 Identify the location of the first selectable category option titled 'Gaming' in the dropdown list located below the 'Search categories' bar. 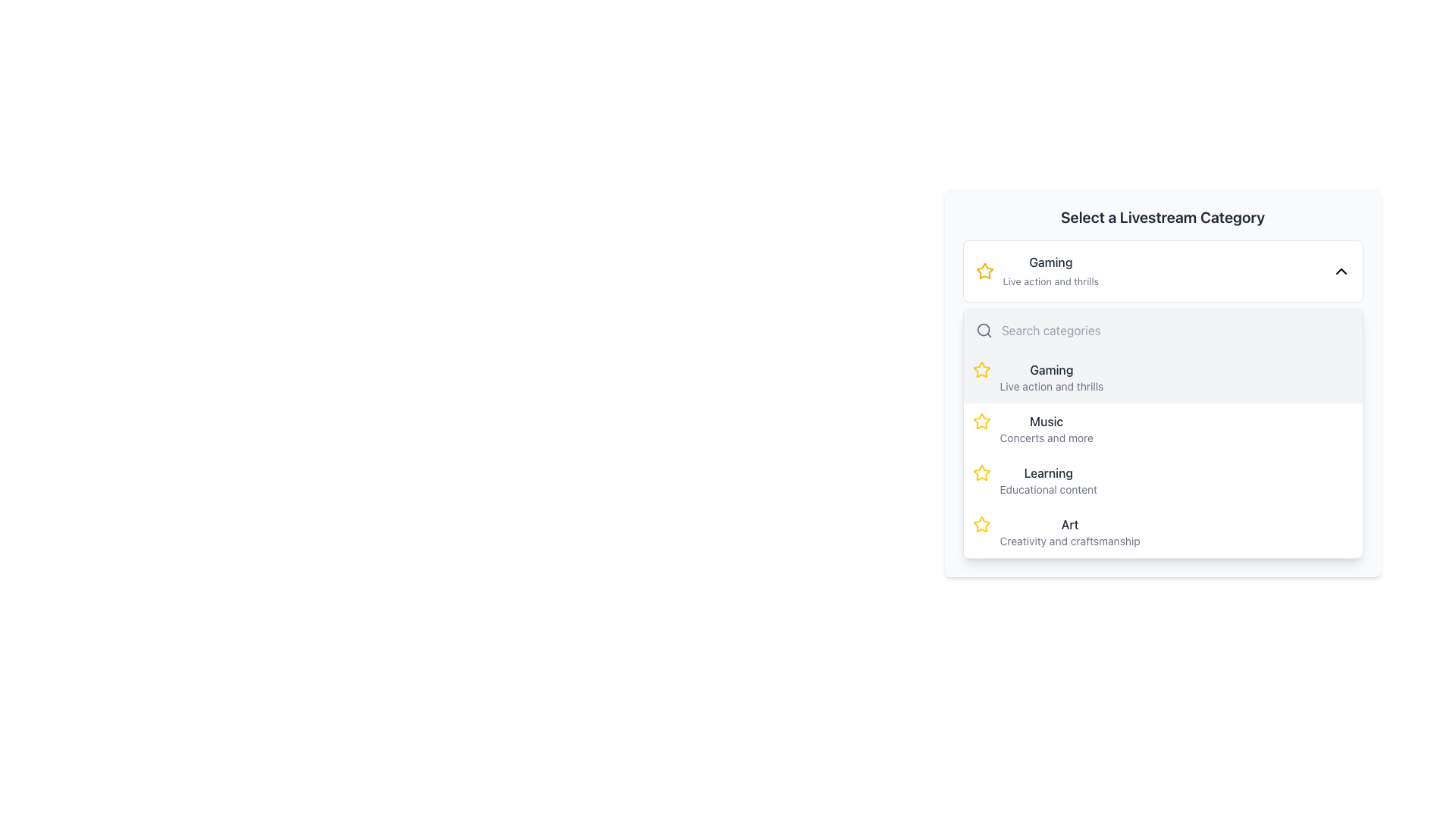
(1162, 376).